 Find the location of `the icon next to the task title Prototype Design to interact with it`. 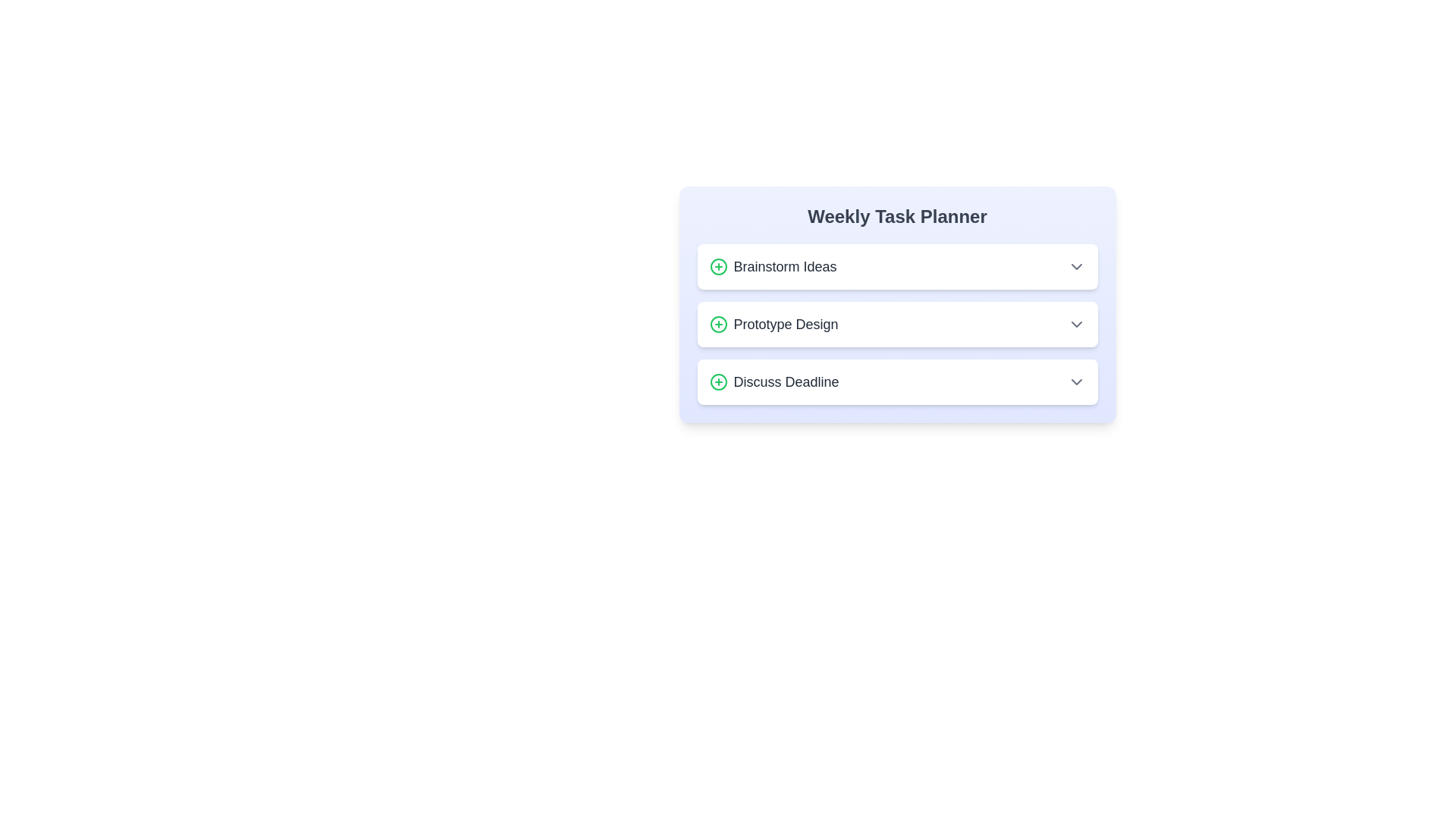

the icon next to the task title Prototype Design to interact with it is located at coordinates (717, 324).